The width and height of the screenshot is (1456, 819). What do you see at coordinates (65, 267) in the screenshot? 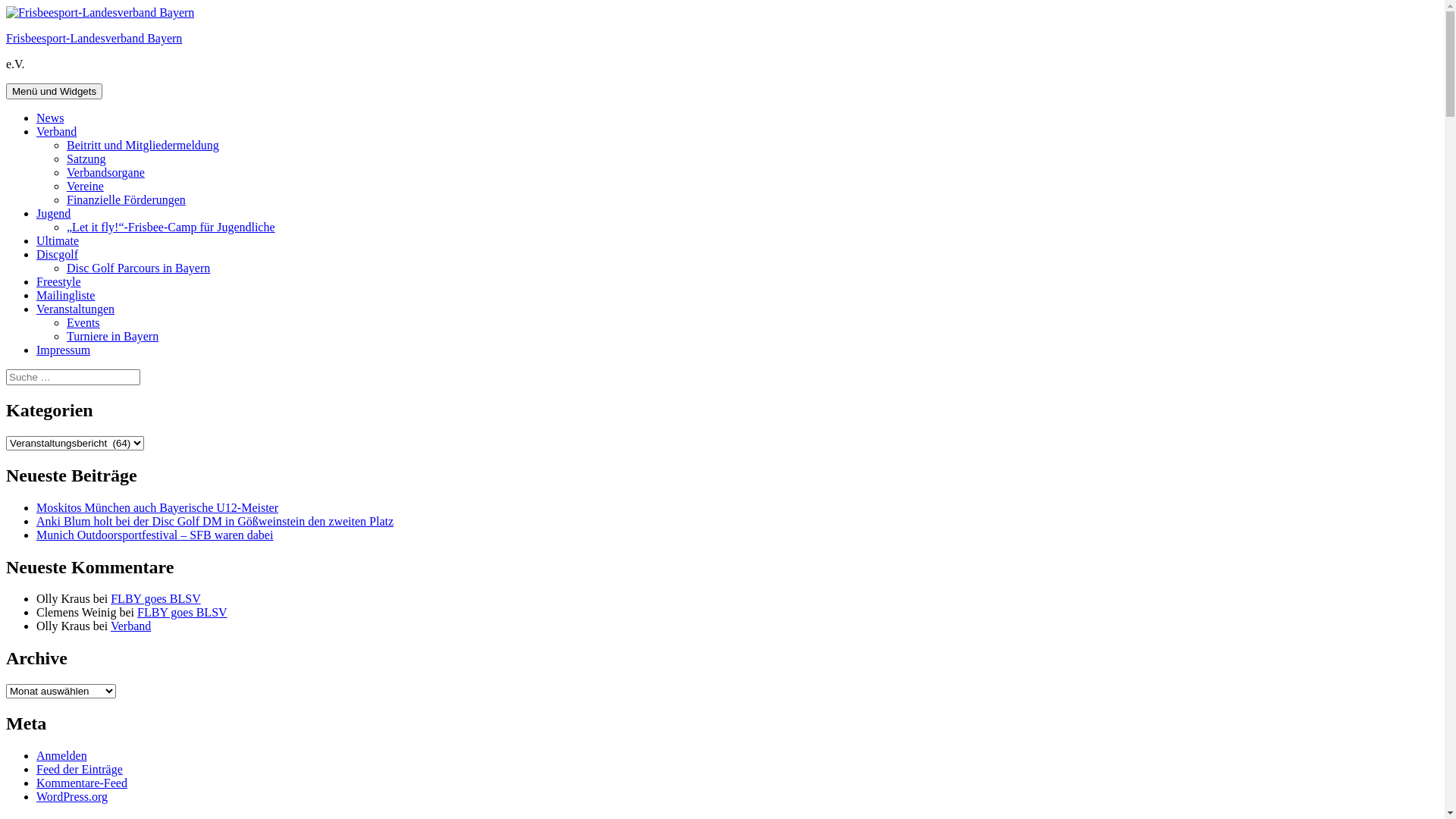
I see `'Disc Golf Parcours in Bayern'` at bounding box center [65, 267].